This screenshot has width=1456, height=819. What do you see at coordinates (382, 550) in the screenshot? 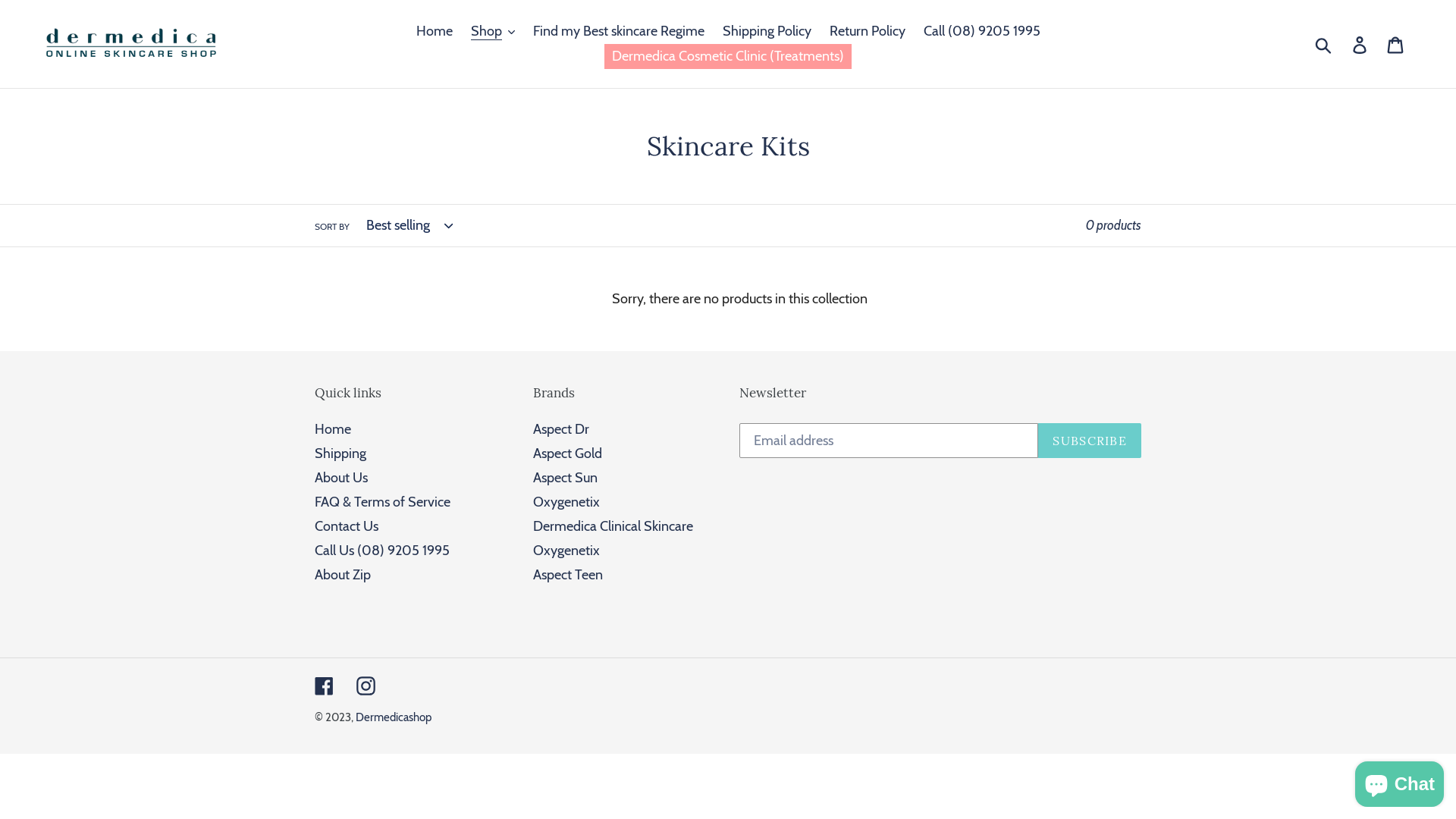
I see `'Call Us (08) 9205 1995'` at bounding box center [382, 550].